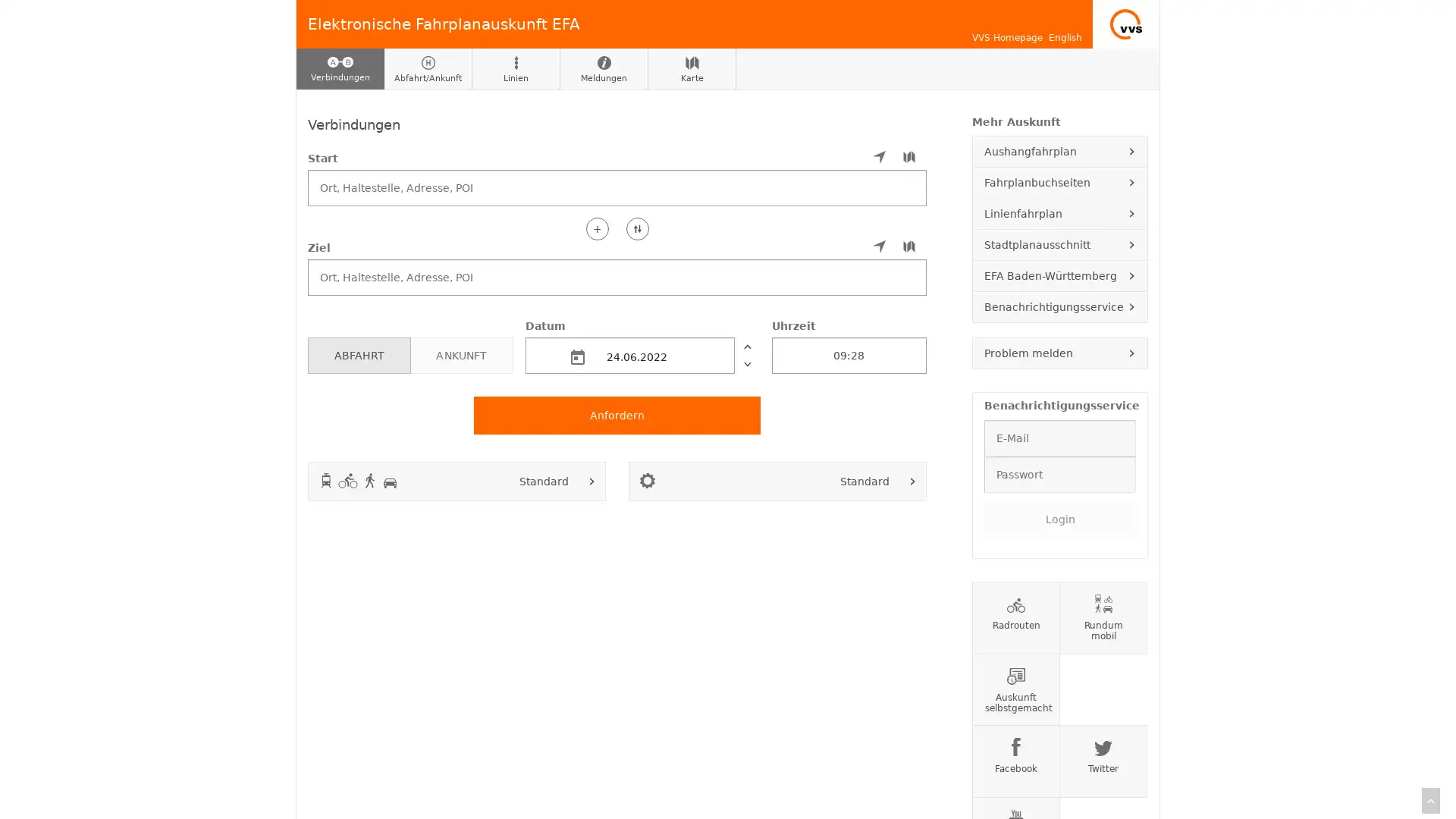  I want to click on Fahroptionen, so click(912, 480).